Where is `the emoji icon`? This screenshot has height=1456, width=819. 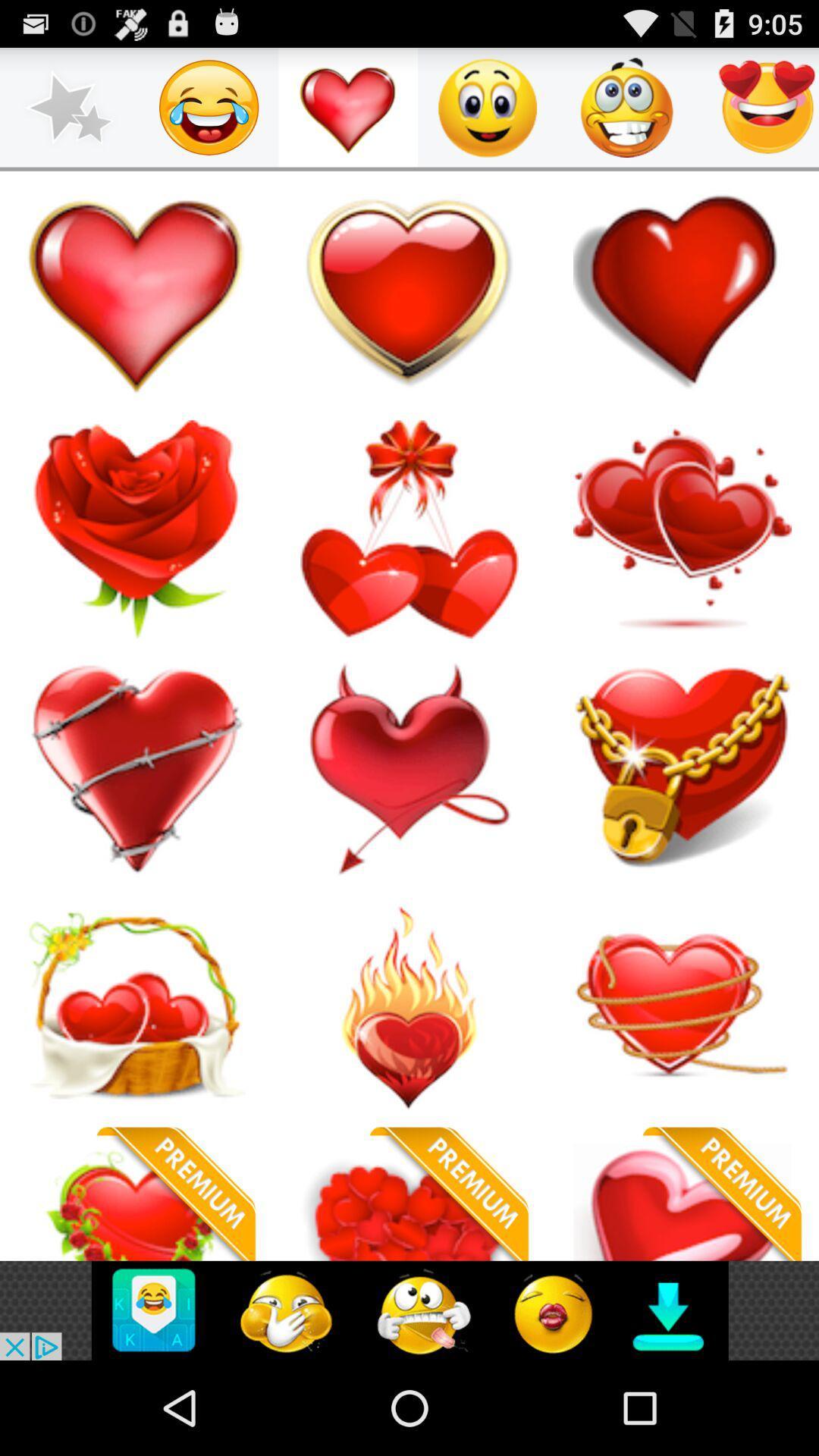 the emoji icon is located at coordinates (626, 115).